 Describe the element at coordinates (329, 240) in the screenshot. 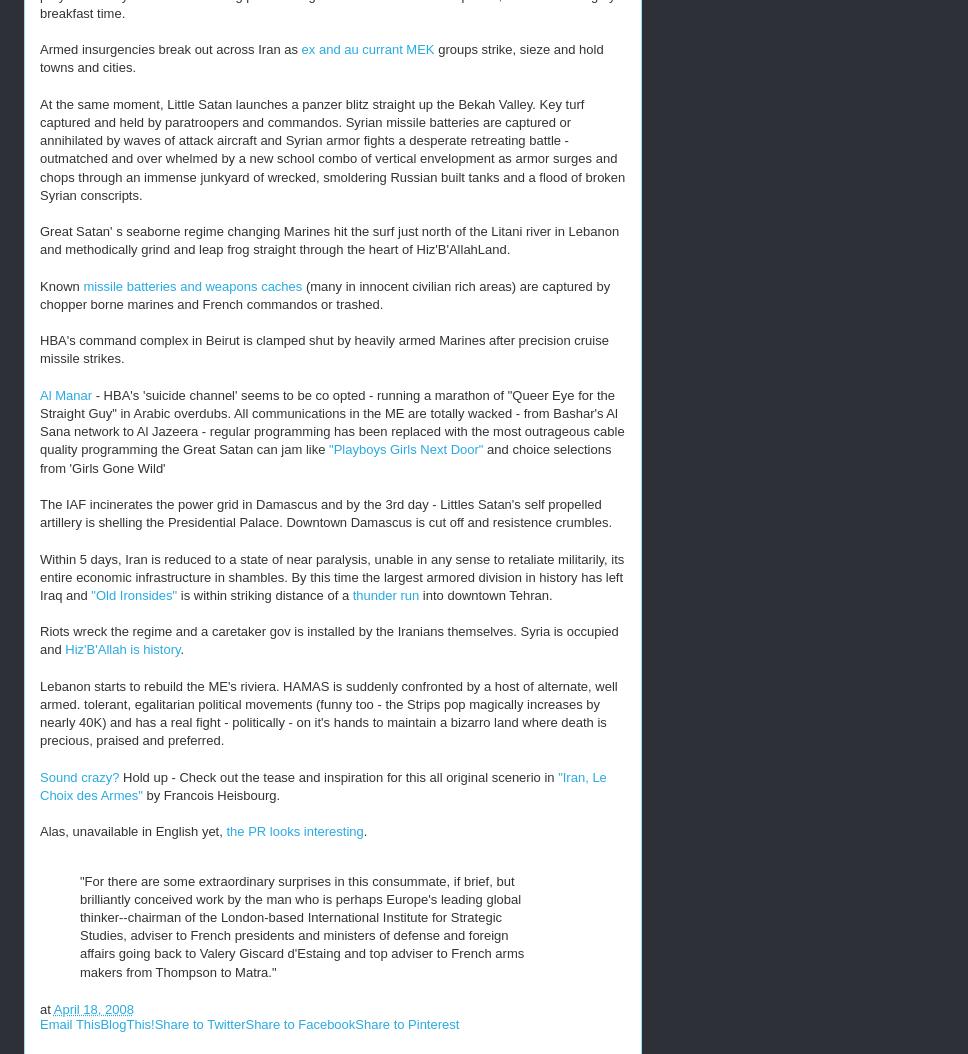

I see `'Great Satan' s seaborne regime changing Marines hit the surf just north of the Litani river in Lebanon and methodically grind and leap frog straight through the heart of Hiz'B'AllahLand.'` at that location.